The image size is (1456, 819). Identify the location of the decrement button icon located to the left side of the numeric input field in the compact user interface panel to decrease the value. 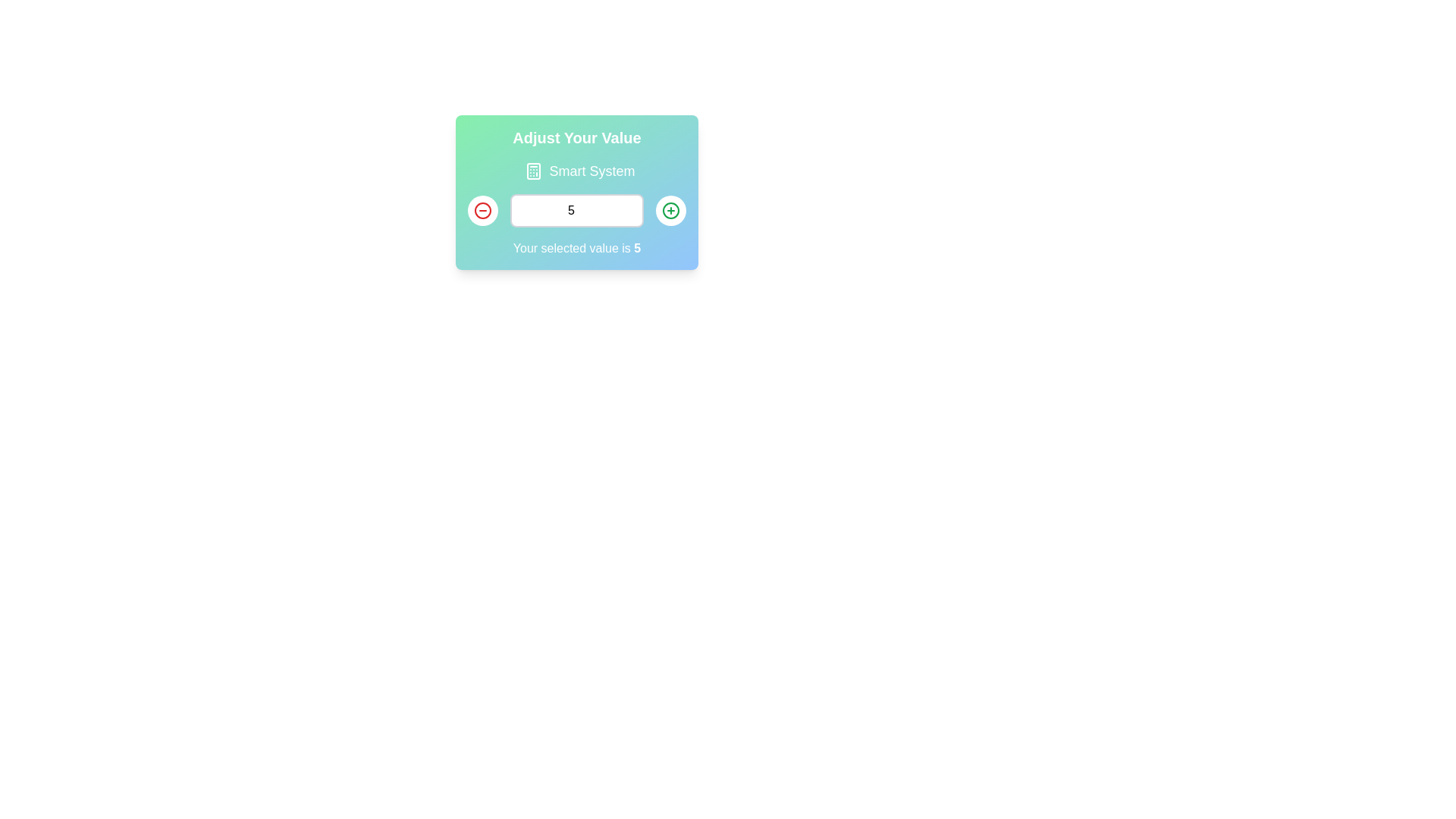
(482, 210).